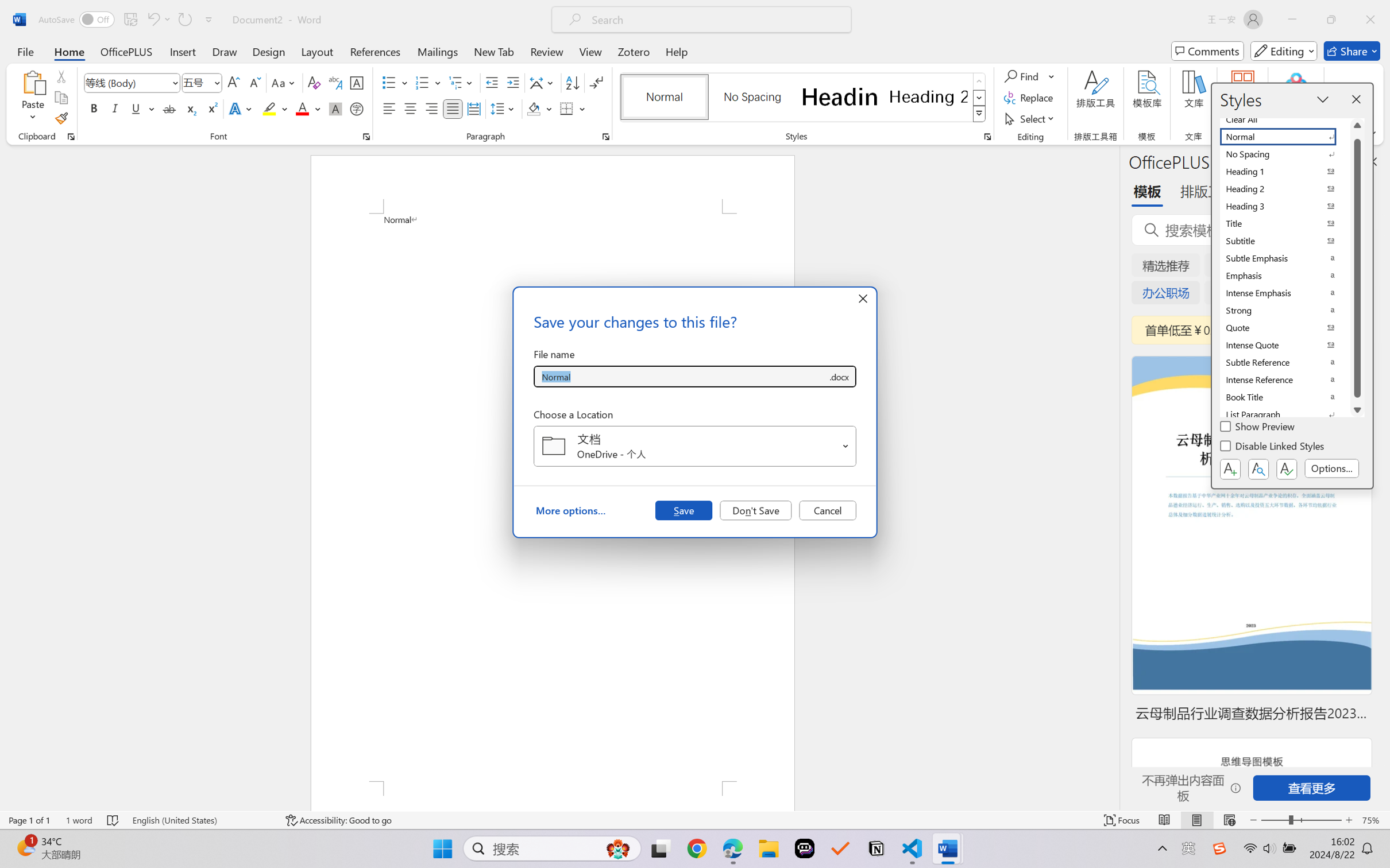 The width and height of the screenshot is (1390, 868). I want to click on 'Clear All', so click(1285, 119).